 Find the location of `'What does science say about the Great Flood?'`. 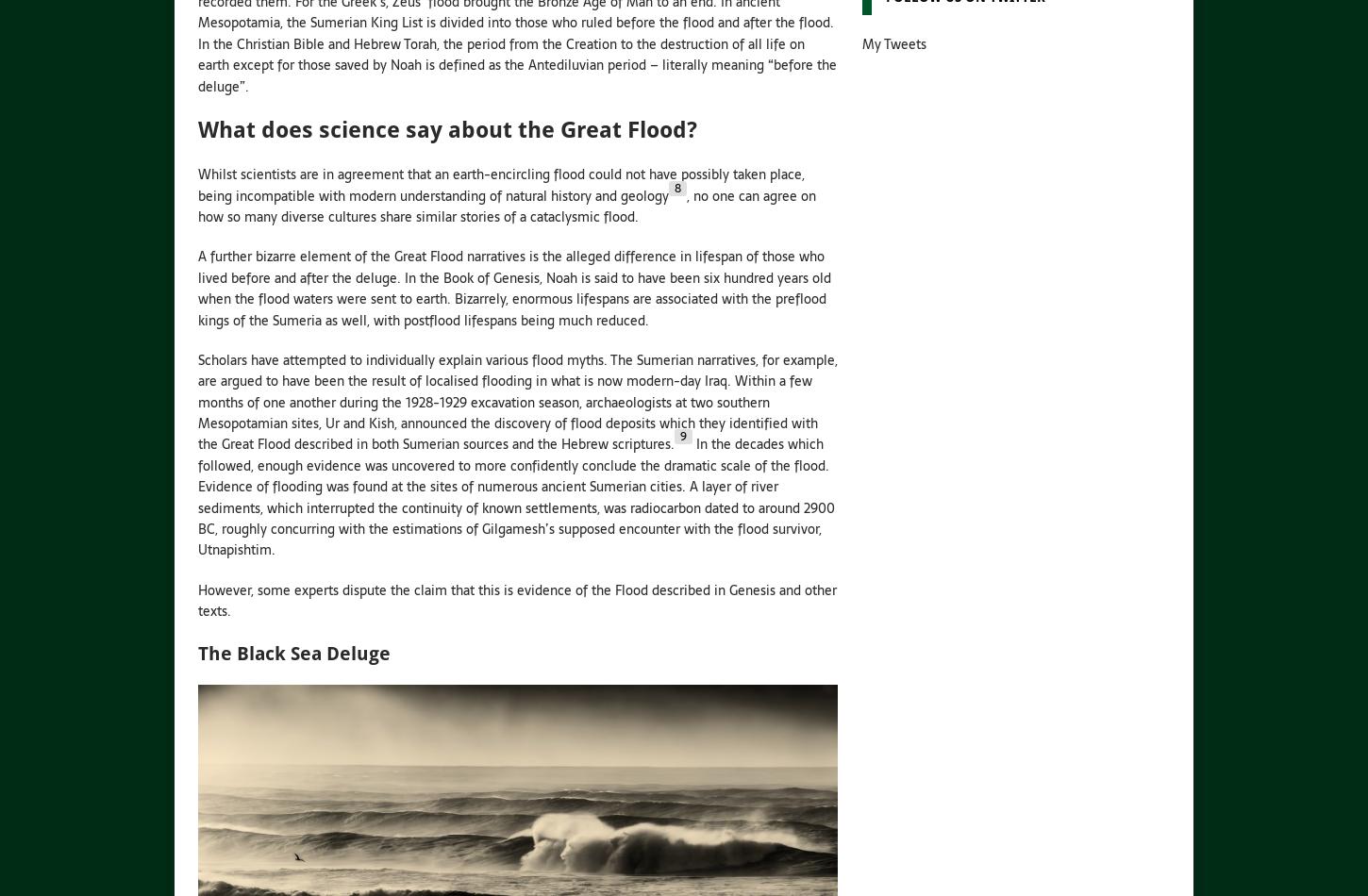

'What does science say about the Great Flood?' is located at coordinates (446, 128).